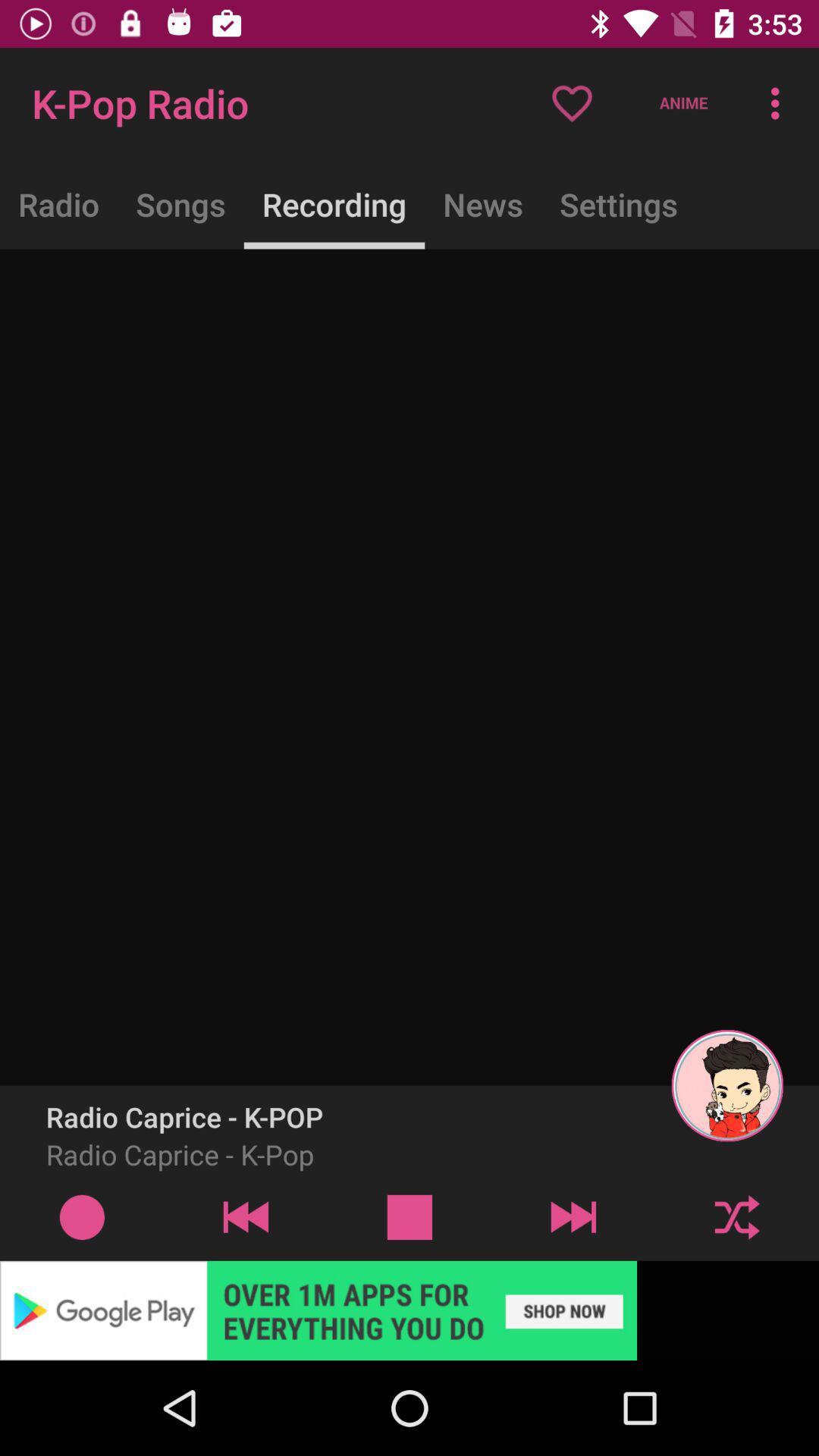 The height and width of the screenshot is (1456, 819). I want to click on pause option, so click(409, 1216).